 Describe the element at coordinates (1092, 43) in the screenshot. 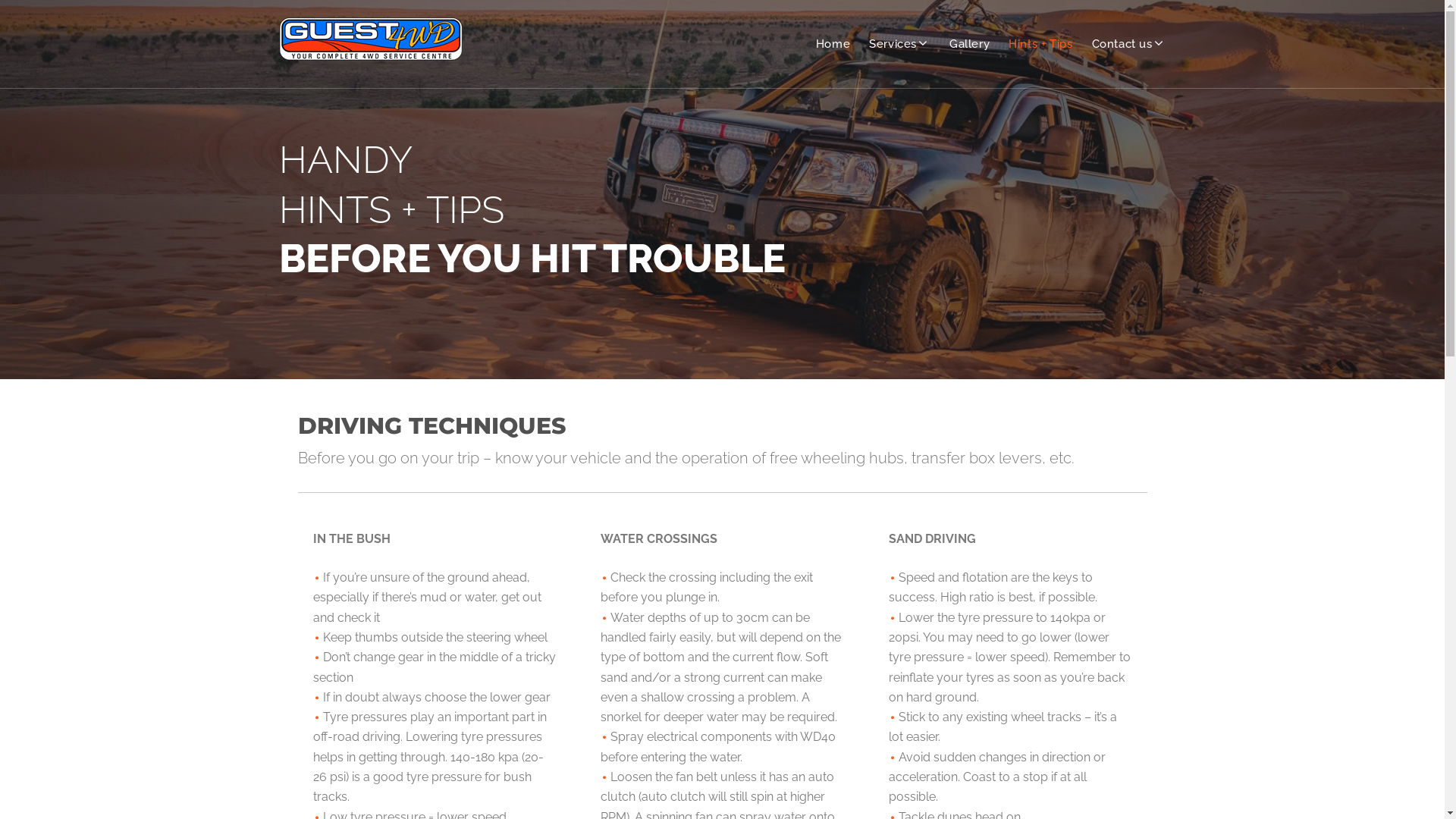

I see `'Contact us'` at that location.